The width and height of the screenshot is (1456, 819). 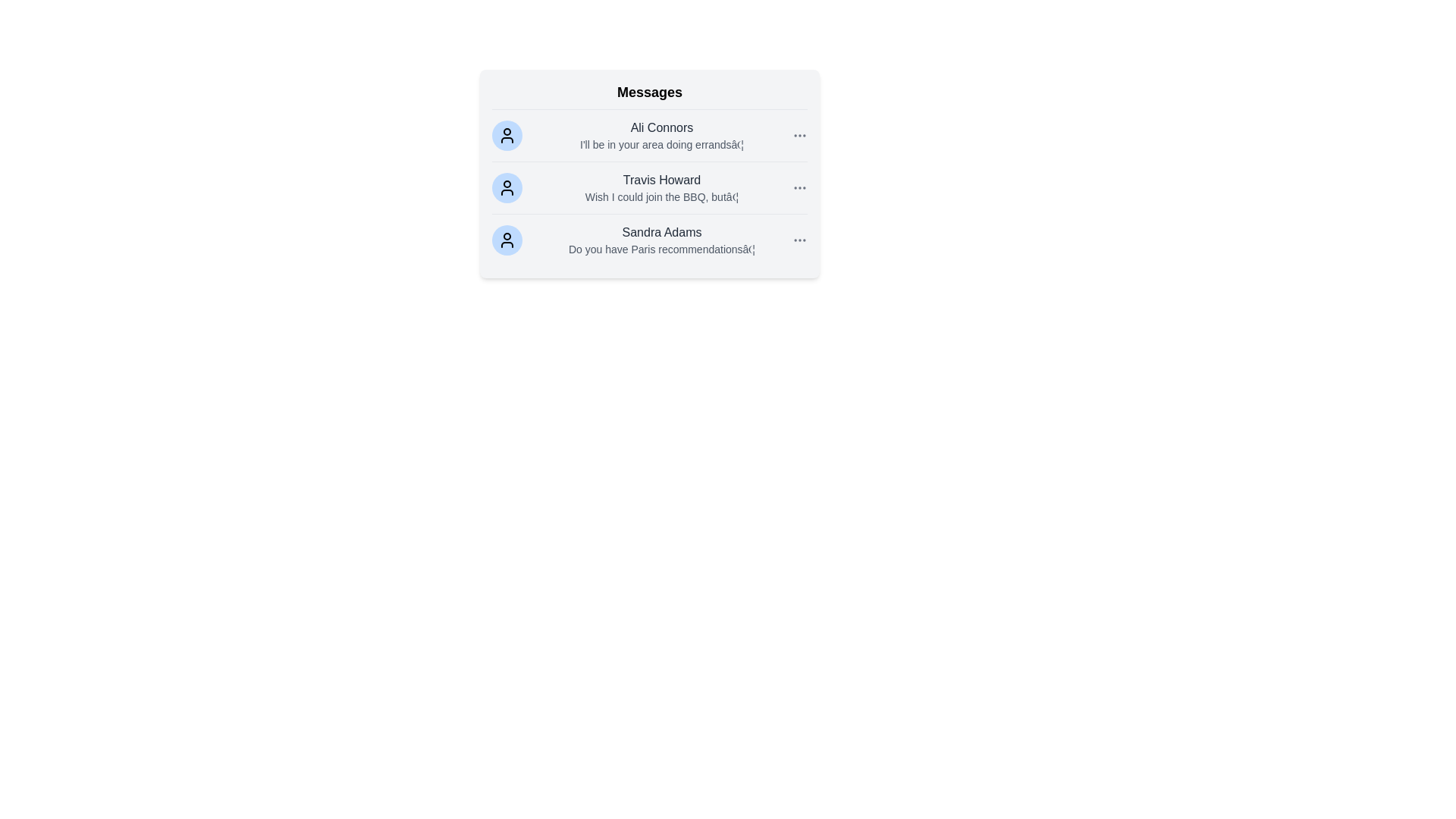 I want to click on text that is displayed in gray color and is located under the name 'Sandra Adams' in the third entry of the messages list, so click(x=662, y=248).